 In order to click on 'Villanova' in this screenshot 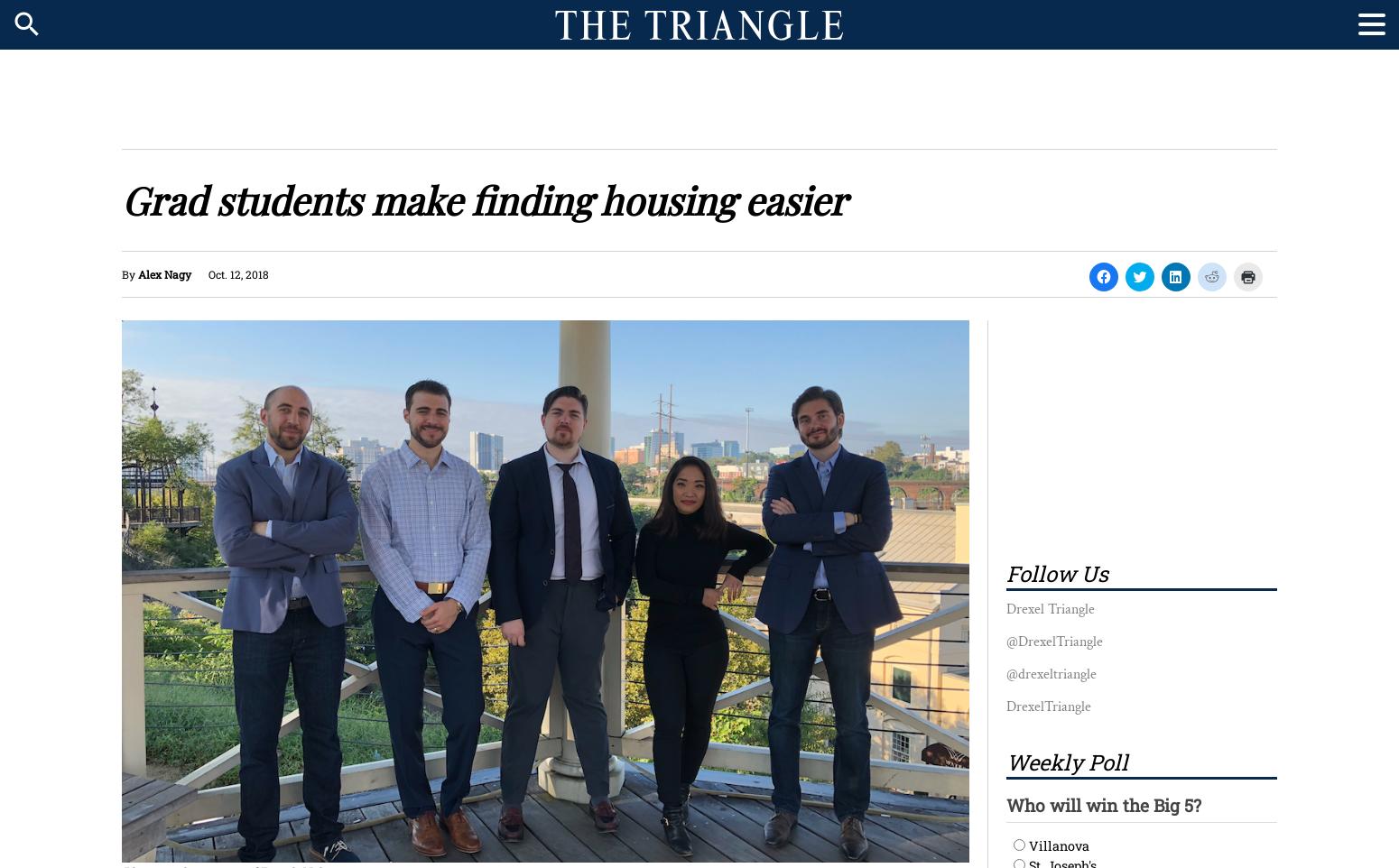, I will do `click(1028, 845)`.